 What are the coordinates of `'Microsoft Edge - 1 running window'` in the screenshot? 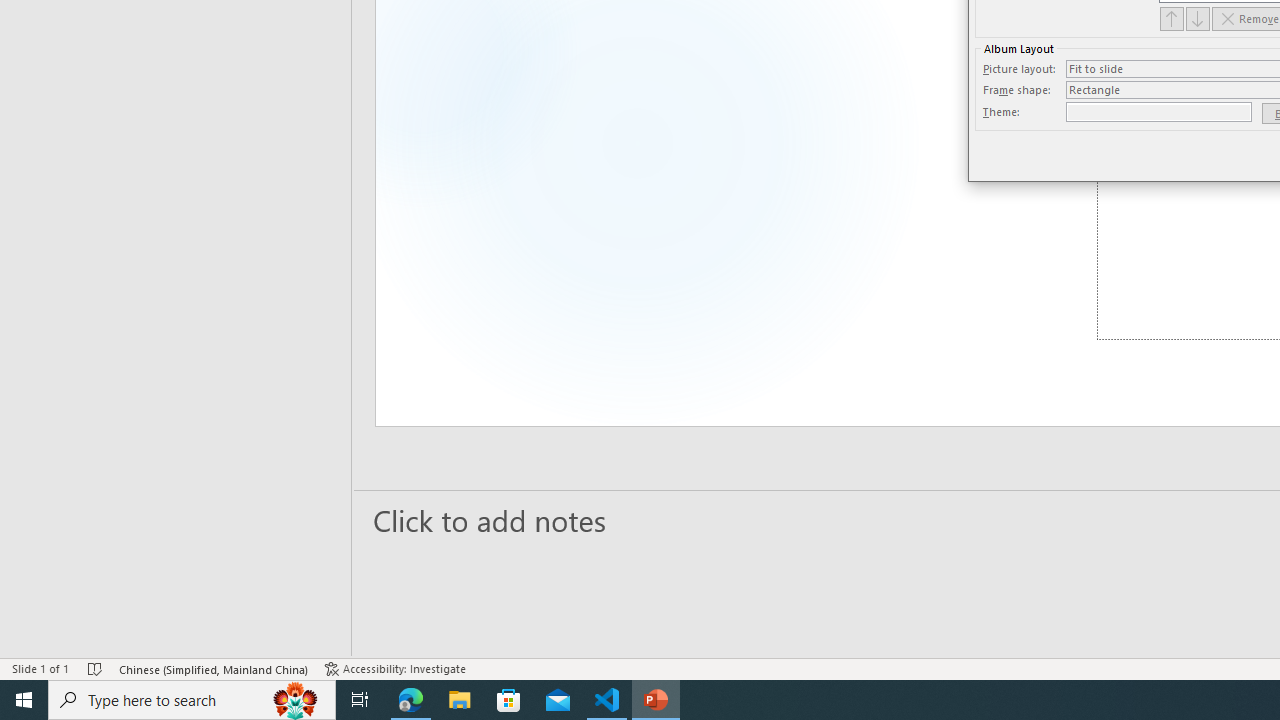 It's located at (410, 698).